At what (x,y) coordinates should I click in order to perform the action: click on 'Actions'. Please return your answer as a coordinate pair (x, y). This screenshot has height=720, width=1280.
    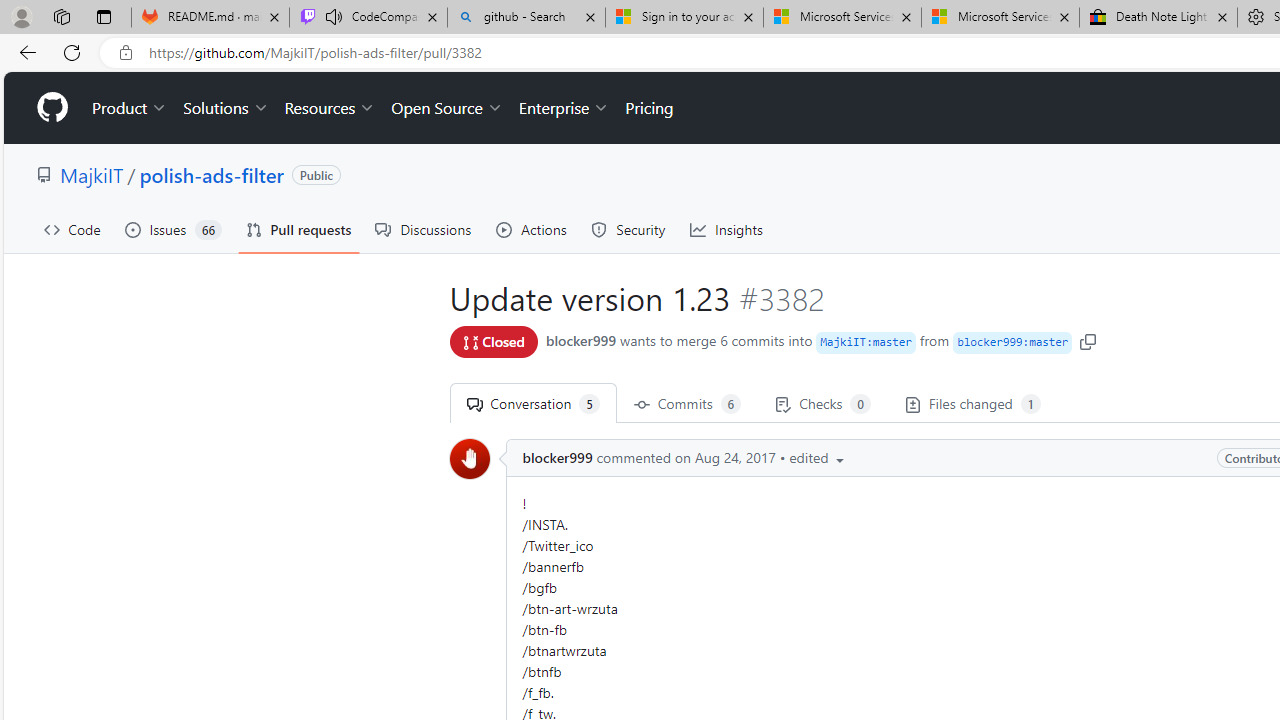
    Looking at the image, I should click on (531, 229).